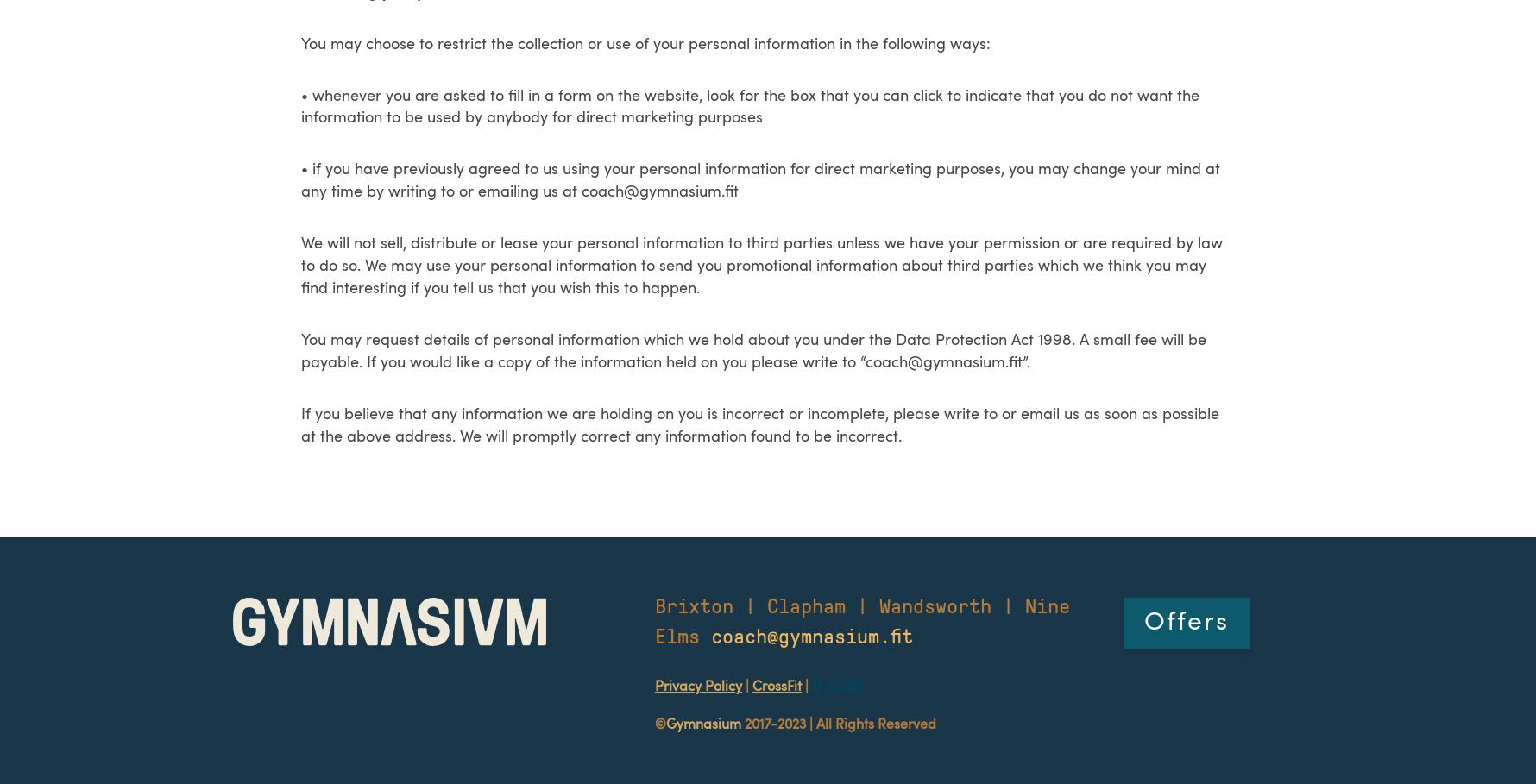 This screenshot has width=1536, height=784. What do you see at coordinates (759, 180) in the screenshot?
I see `'if you have previously agreed to us using your personal information for direct marketing purposes, you may change your mind at any time by writing to or emailing us at coach@gymnasium.fit'` at bounding box center [759, 180].